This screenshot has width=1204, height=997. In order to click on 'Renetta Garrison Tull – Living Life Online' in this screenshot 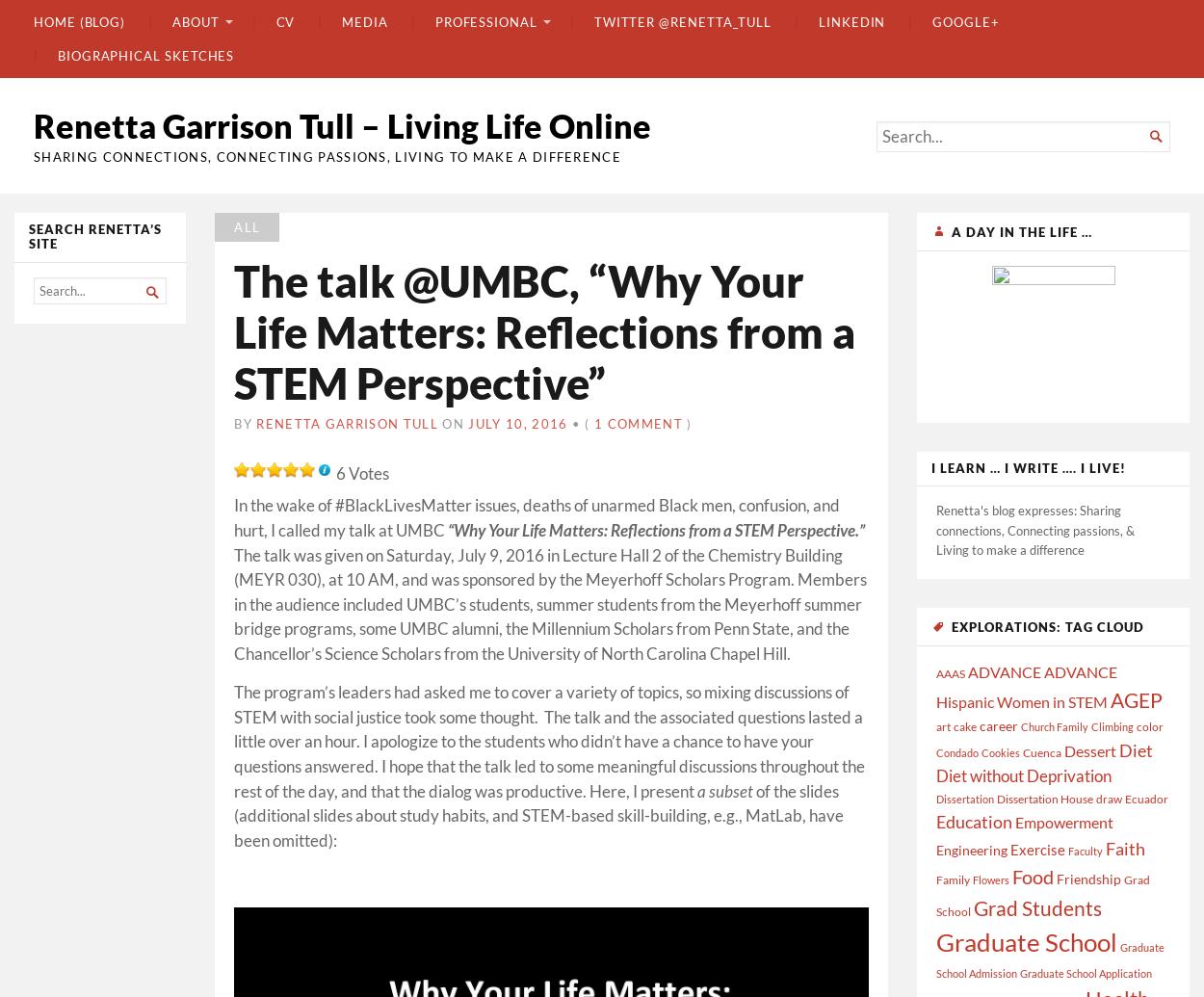, I will do `click(341, 124)`.